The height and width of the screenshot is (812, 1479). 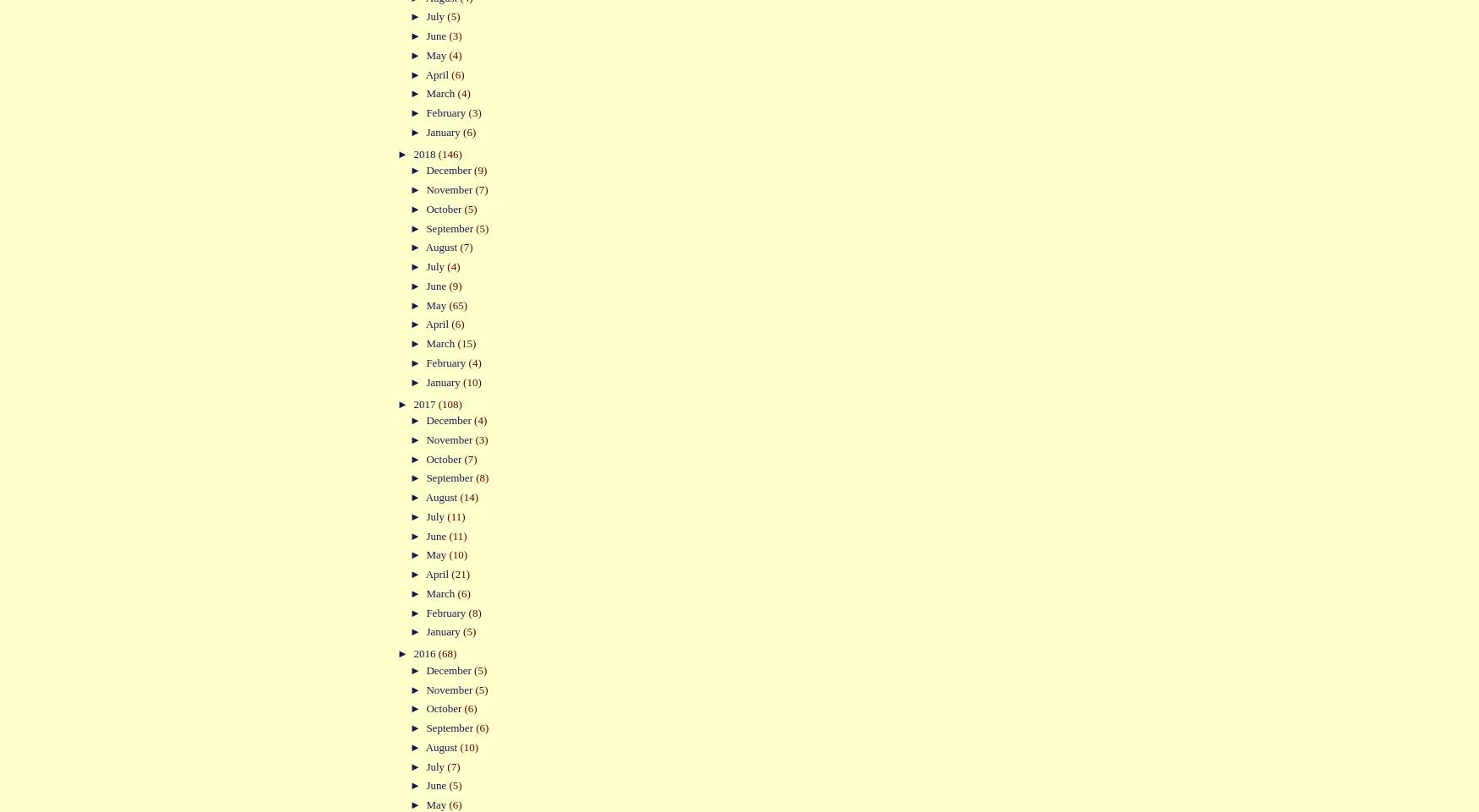 I want to click on '2017', so click(x=424, y=402).